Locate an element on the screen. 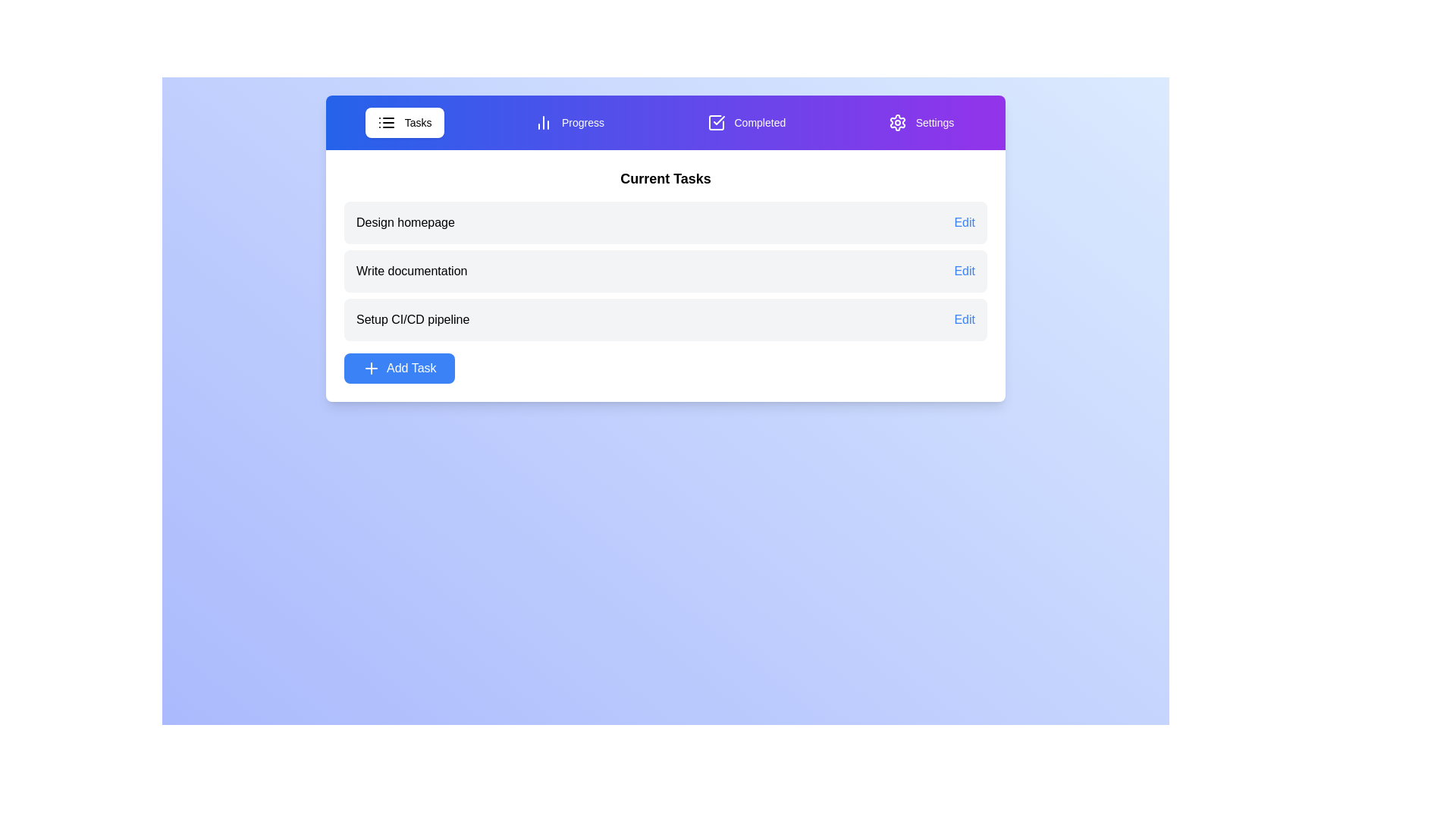 This screenshot has height=819, width=1456. the 'Design homepage' text label is located at coordinates (405, 222).